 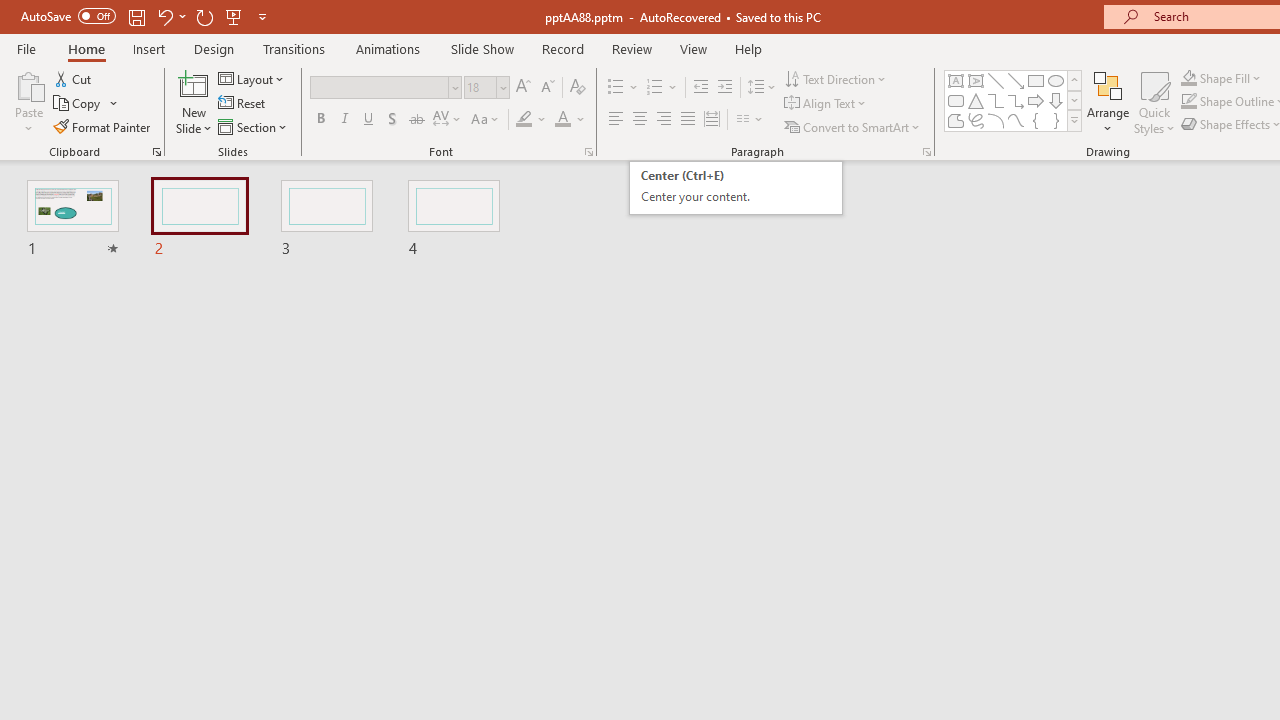 I want to click on 'Cut', so click(x=74, y=78).